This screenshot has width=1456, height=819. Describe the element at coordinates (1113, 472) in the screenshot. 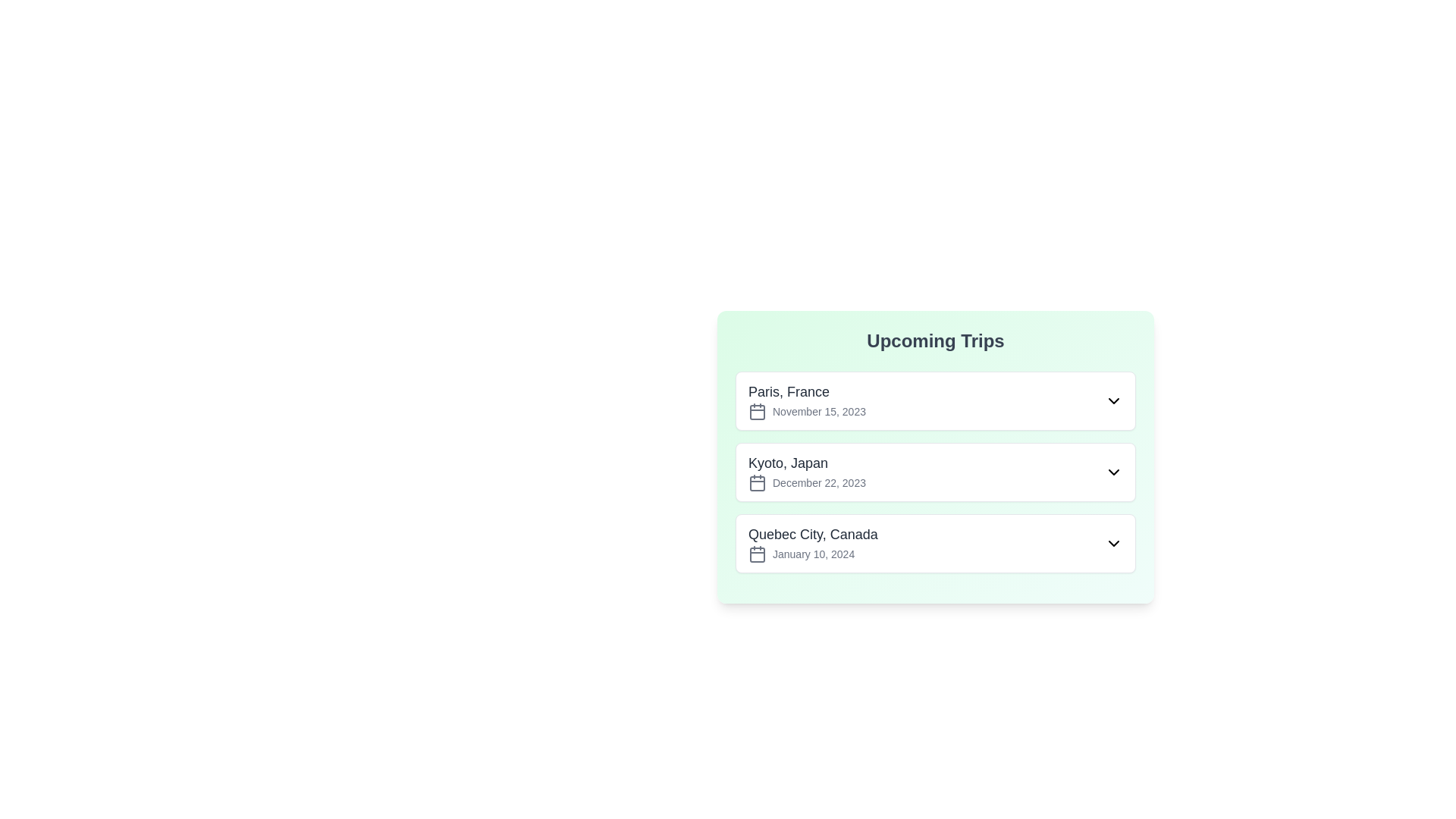

I see `the chevron icon located at the far right of the list item labeled 'Kyoto, Japan - December 22, 2023' to indicate interactivity` at that location.